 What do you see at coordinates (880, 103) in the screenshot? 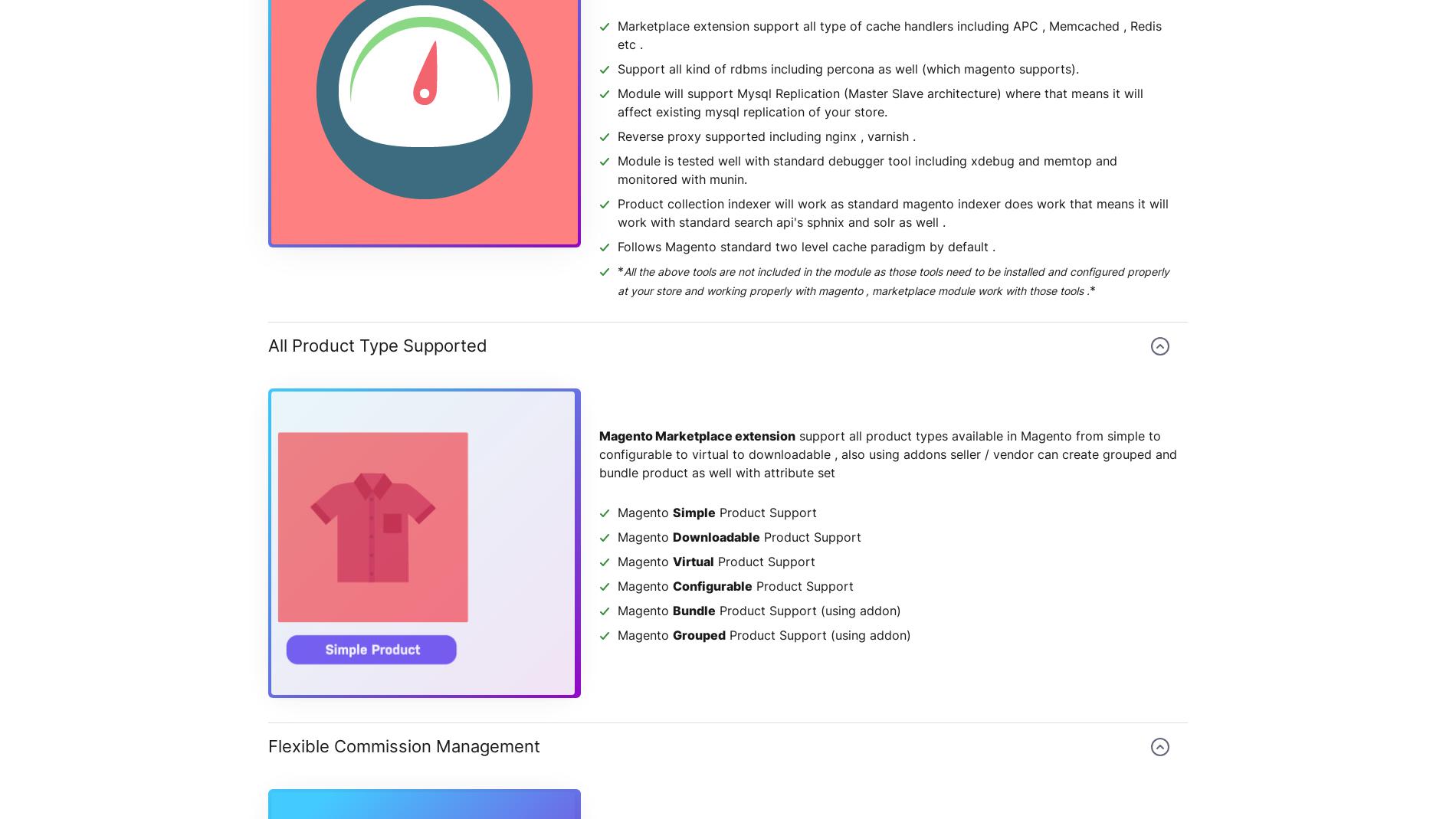
I see `'Module will support Mysql Replication (Master Slave architecture) where that means it will affect existing mysql replication of your store.'` at bounding box center [880, 103].